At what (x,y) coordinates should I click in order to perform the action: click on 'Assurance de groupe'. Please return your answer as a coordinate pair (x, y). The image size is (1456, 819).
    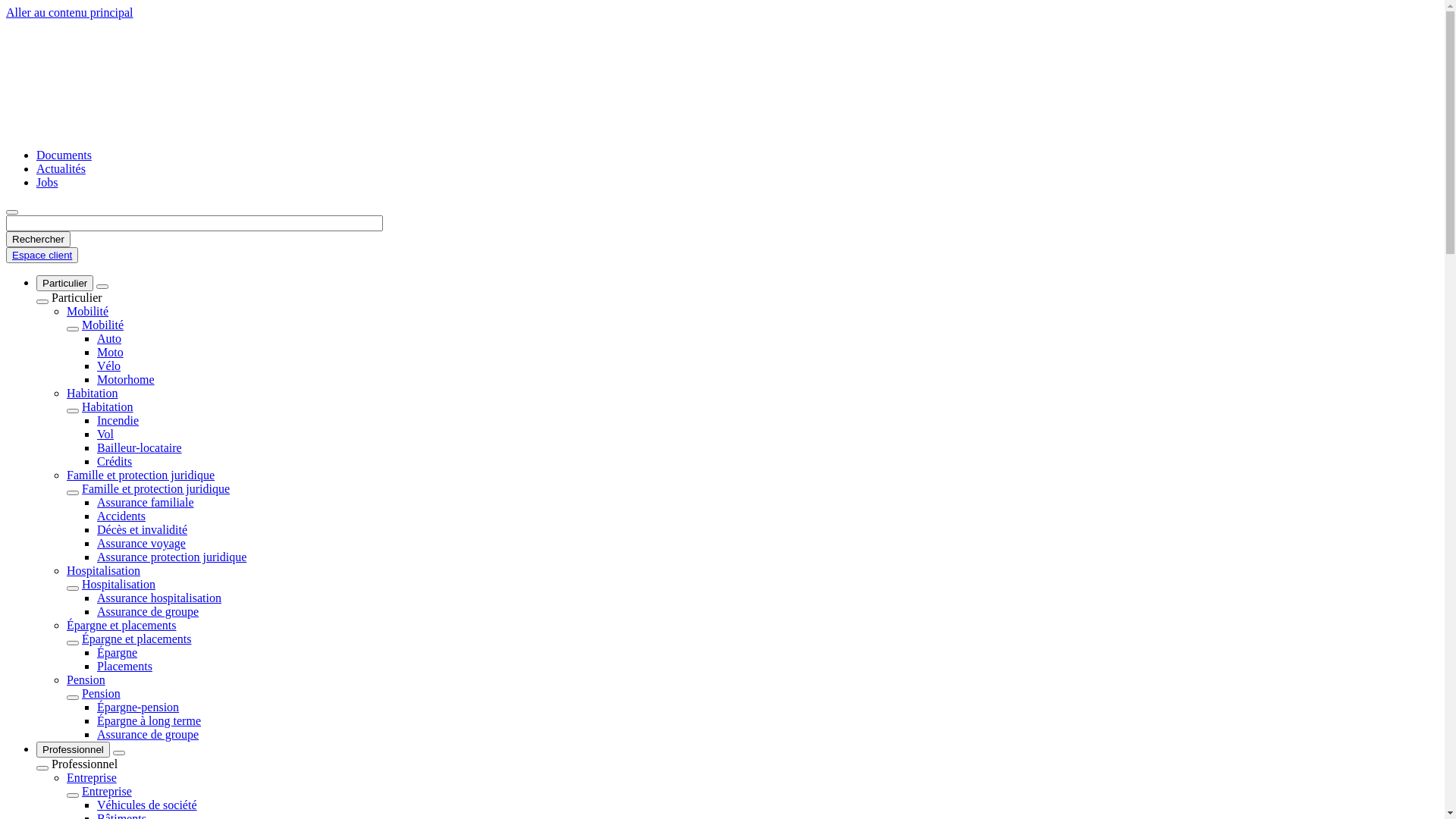
    Looking at the image, I should click on (148, 610).